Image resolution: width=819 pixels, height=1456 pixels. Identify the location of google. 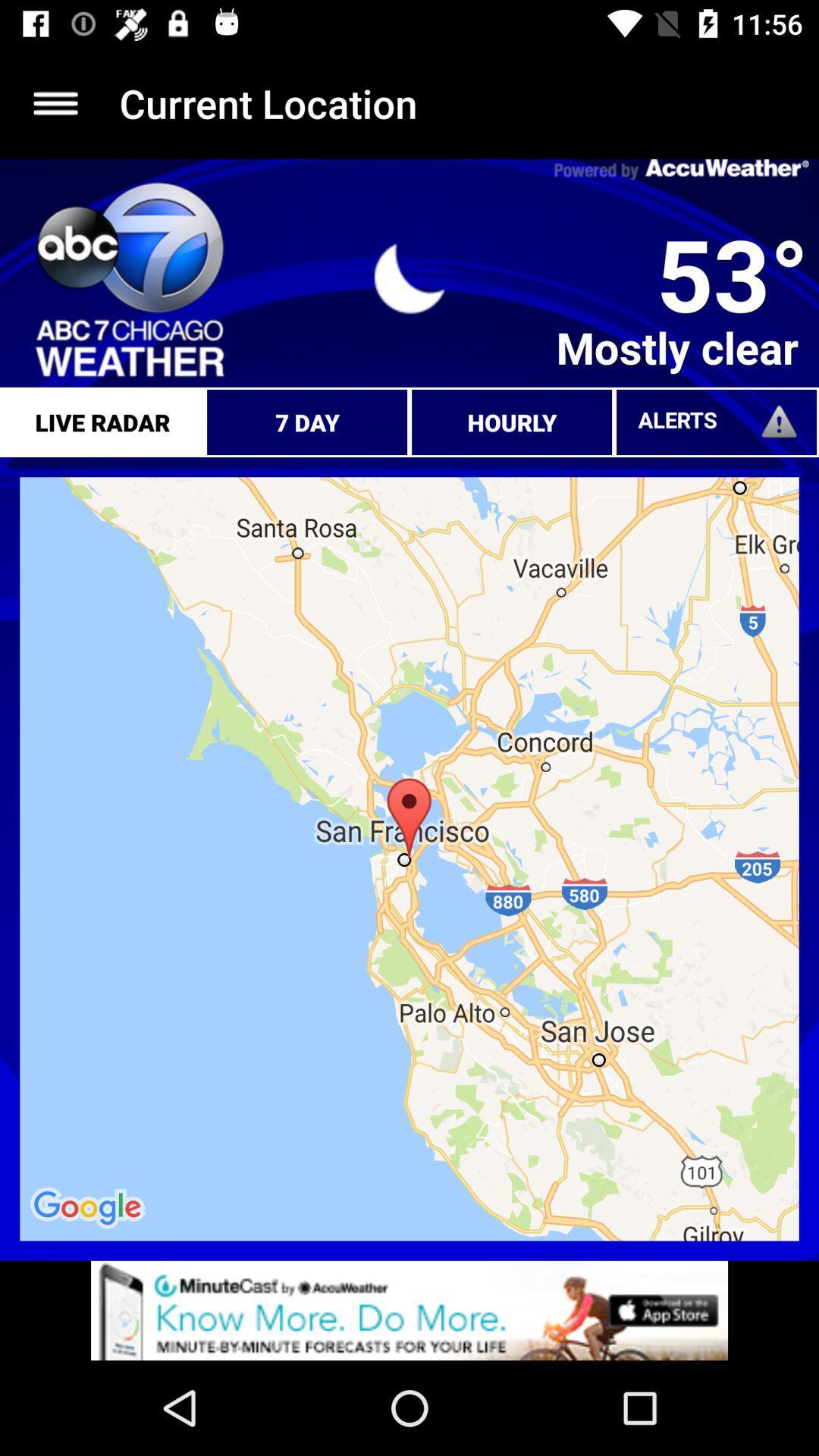
(89, 1207).